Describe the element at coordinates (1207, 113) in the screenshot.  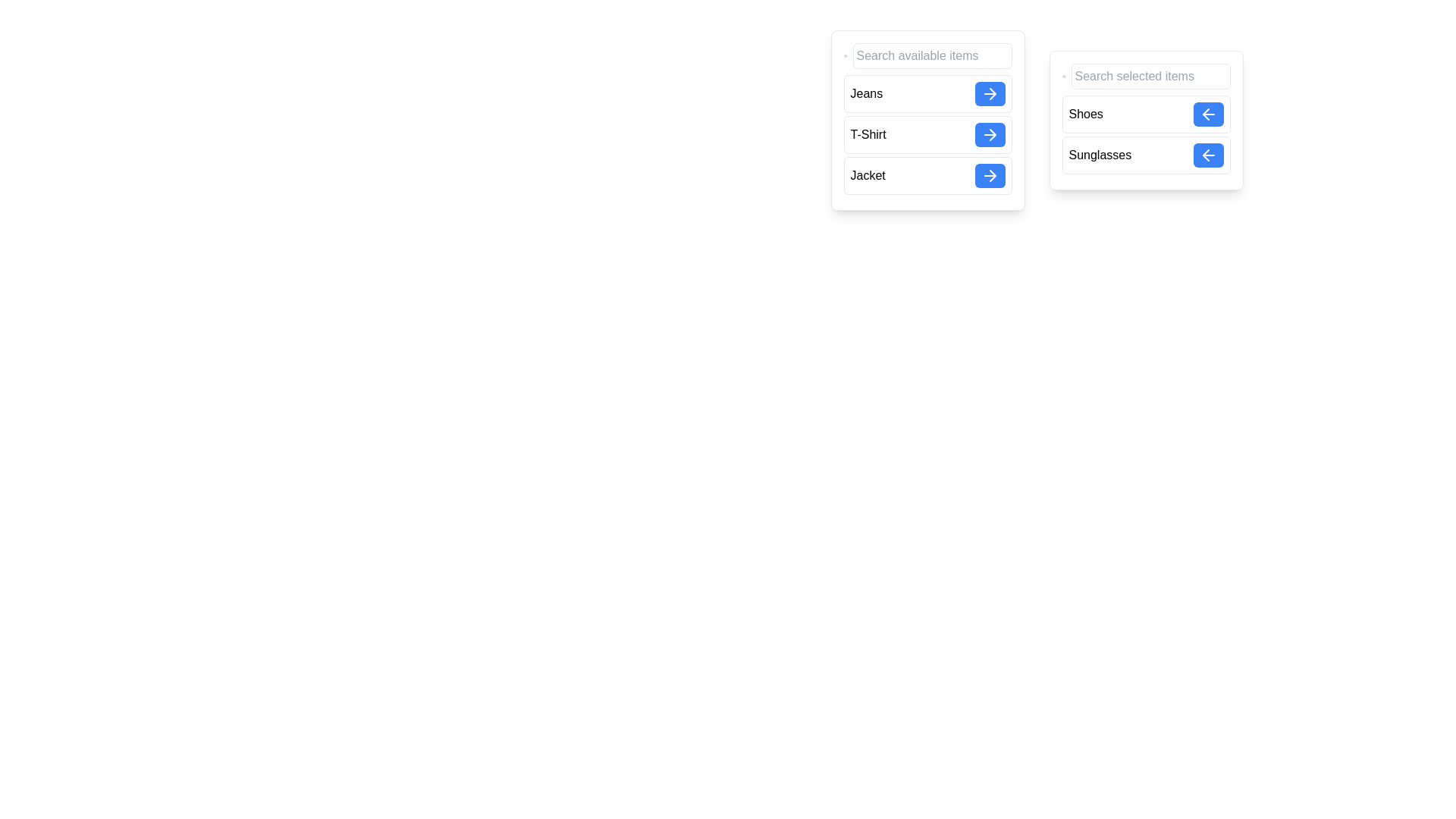
I see `the SVG Icon button located in the right panel under the 'Search selected items' section, next to the text 'Shoes'` at that location.